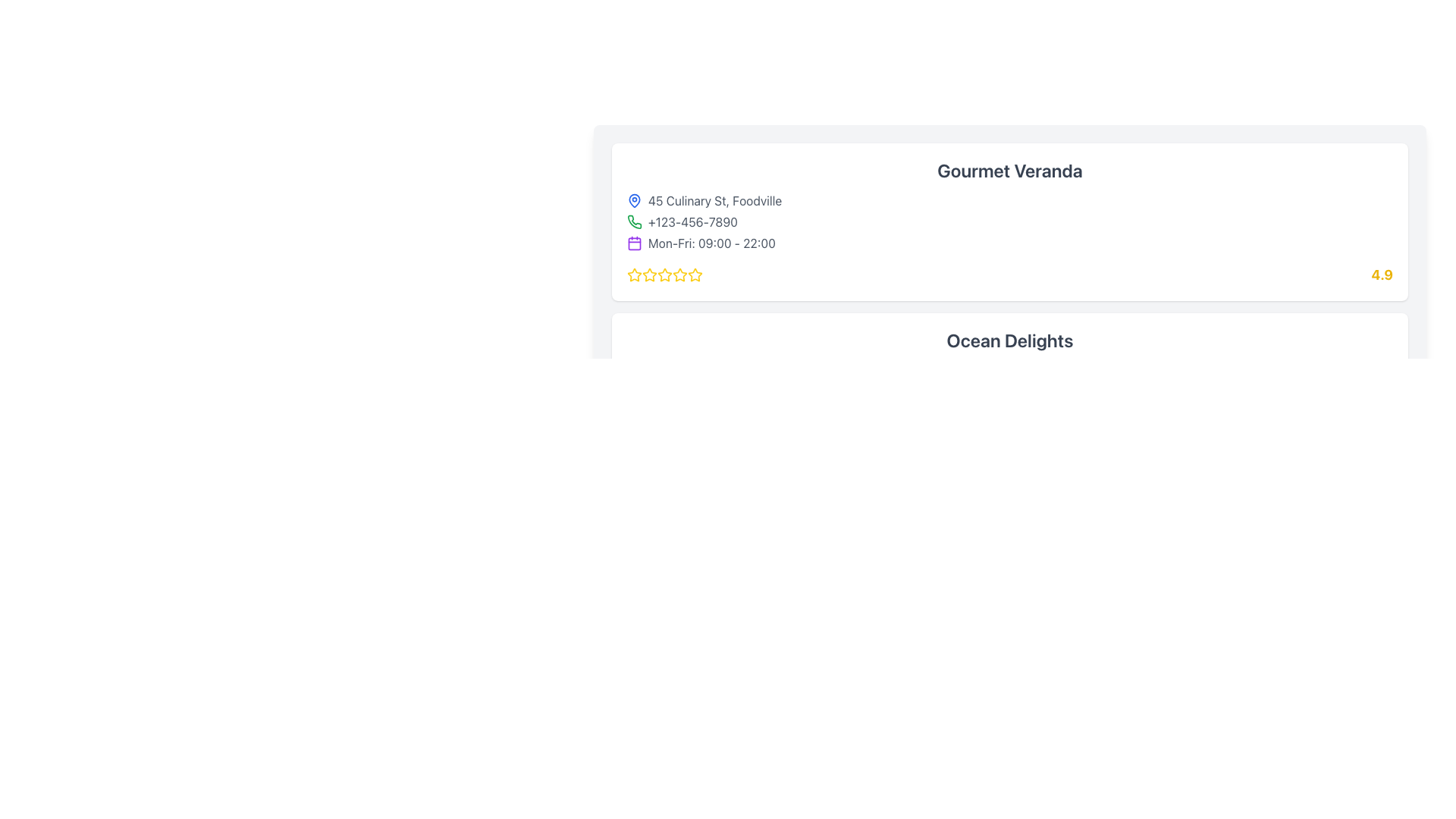 The width and height of the screenshot is (1456, 819). What do you see at coordinates (650, 275) in the screenshot?
I see `the second star icon in a horizontal sequence, which has a five-pointed shape with a golden yellow outline and a hollow center` at bounding box center [650, 275].